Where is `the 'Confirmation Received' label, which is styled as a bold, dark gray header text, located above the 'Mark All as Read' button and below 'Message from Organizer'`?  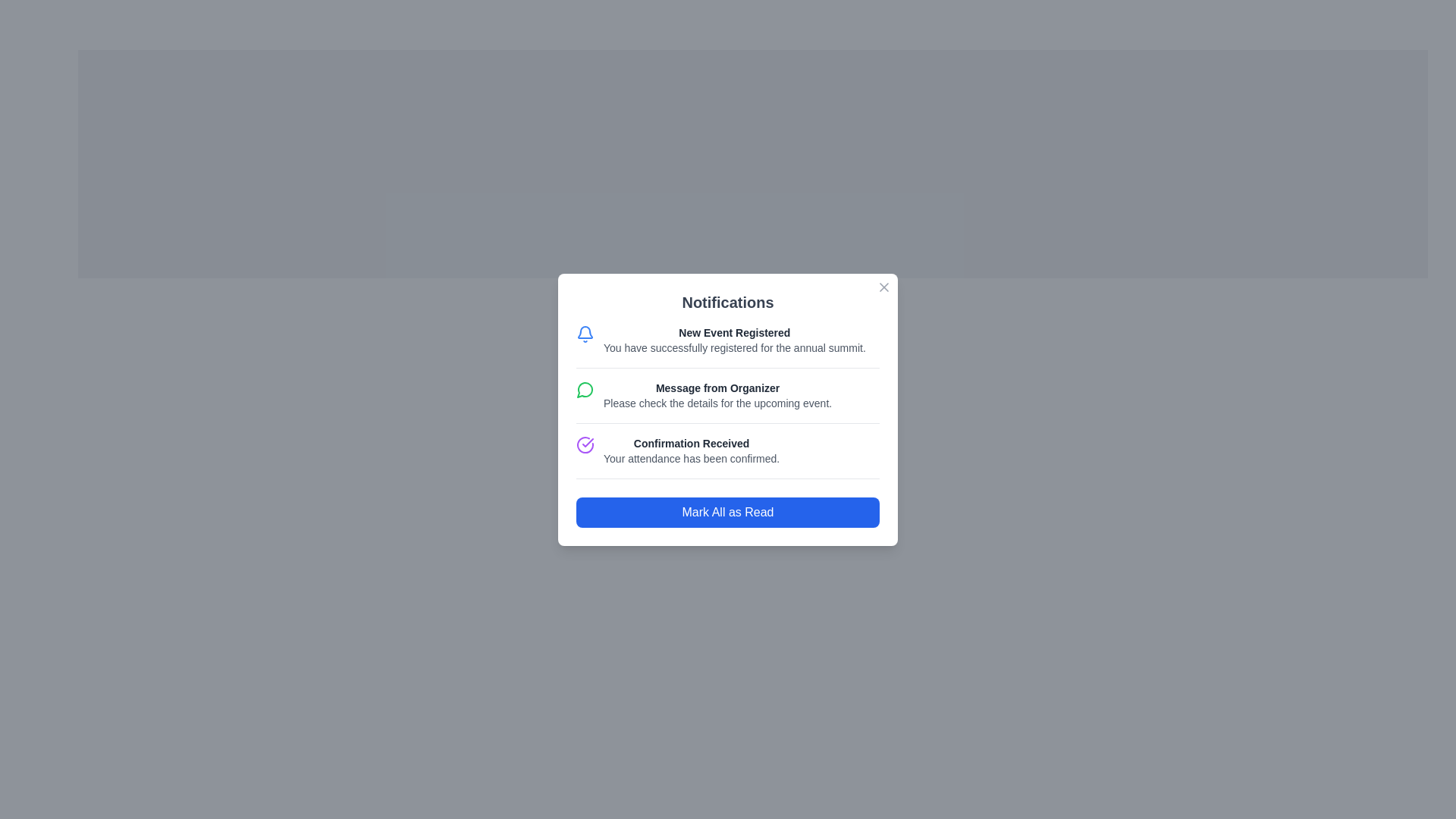 the 'Confirmation Received' label, which is styled as a bold, dark gray header text, located above the 'Mark All as Read' button and below 'Message from Organizer' is located at coordinates (691, 443).